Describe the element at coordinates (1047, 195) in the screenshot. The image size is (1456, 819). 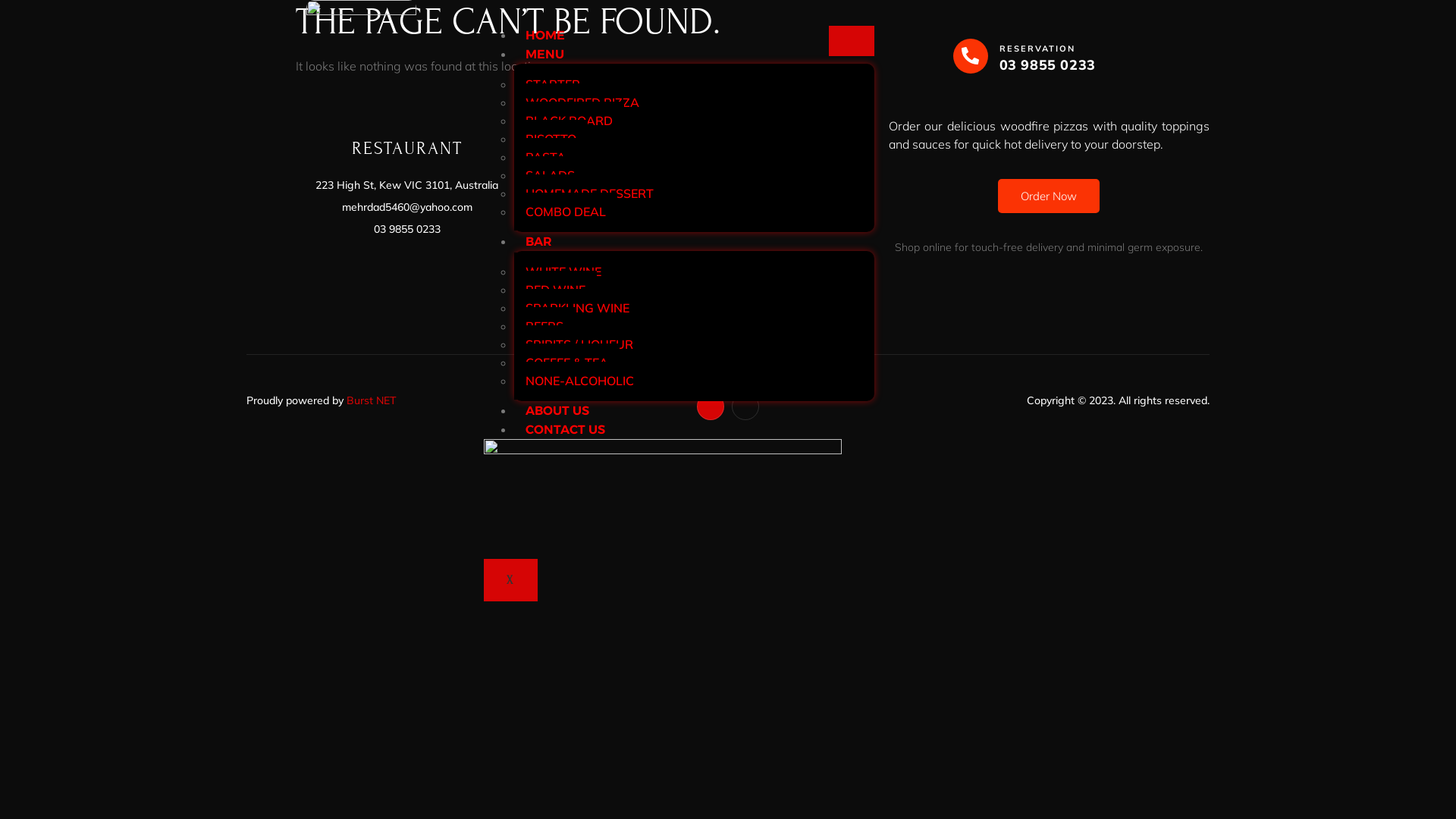
I see `'Order Now'` at that location.